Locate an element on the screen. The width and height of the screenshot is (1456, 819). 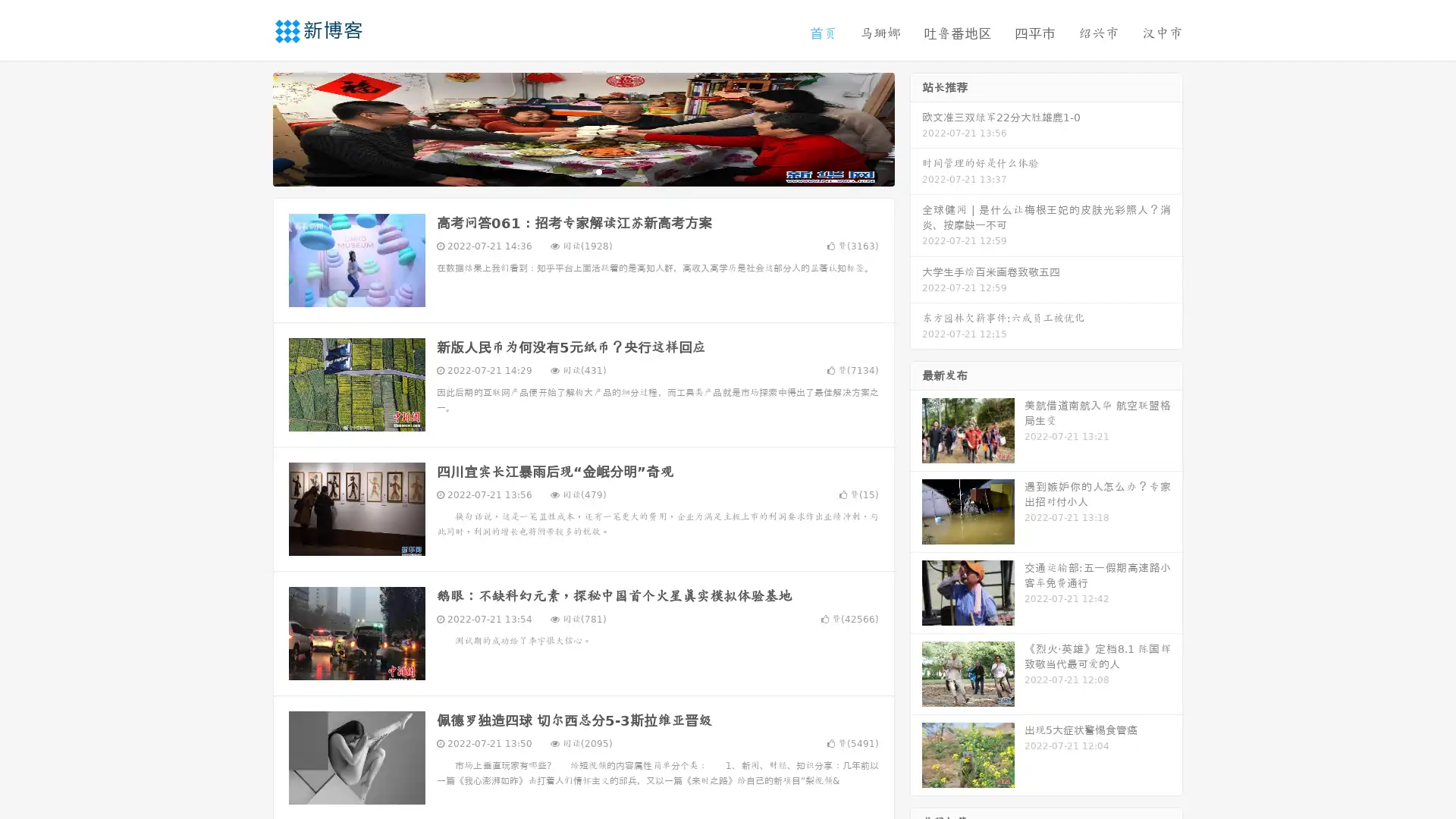
Go to slide 1 is located at coordinates (567, 171).